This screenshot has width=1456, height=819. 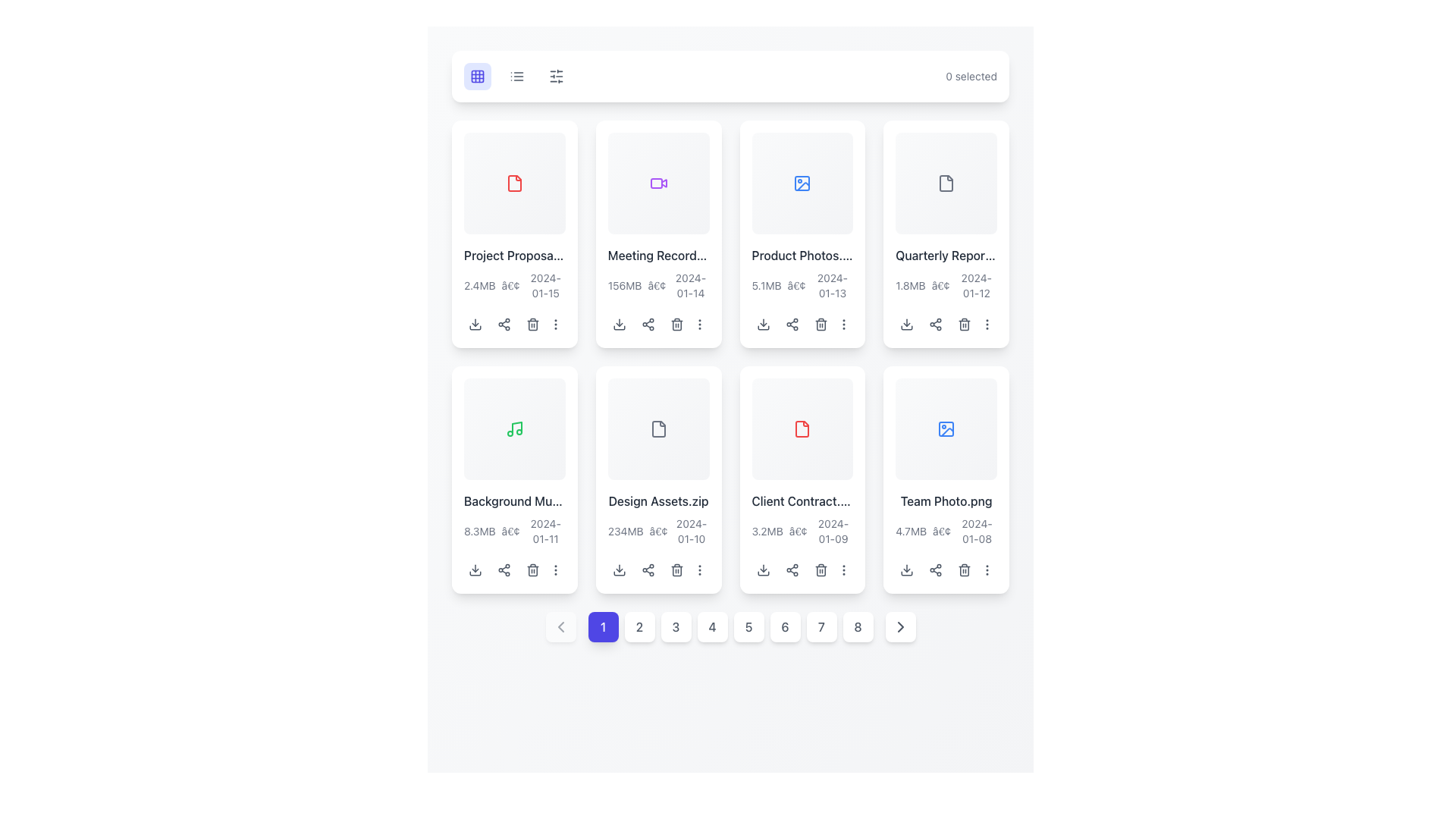 I want to click on the download button with an outlined download icon located in the 'Product Photos...' card at the bottom-left corner of the file details to initiate the download, so click(x=763, y=323).